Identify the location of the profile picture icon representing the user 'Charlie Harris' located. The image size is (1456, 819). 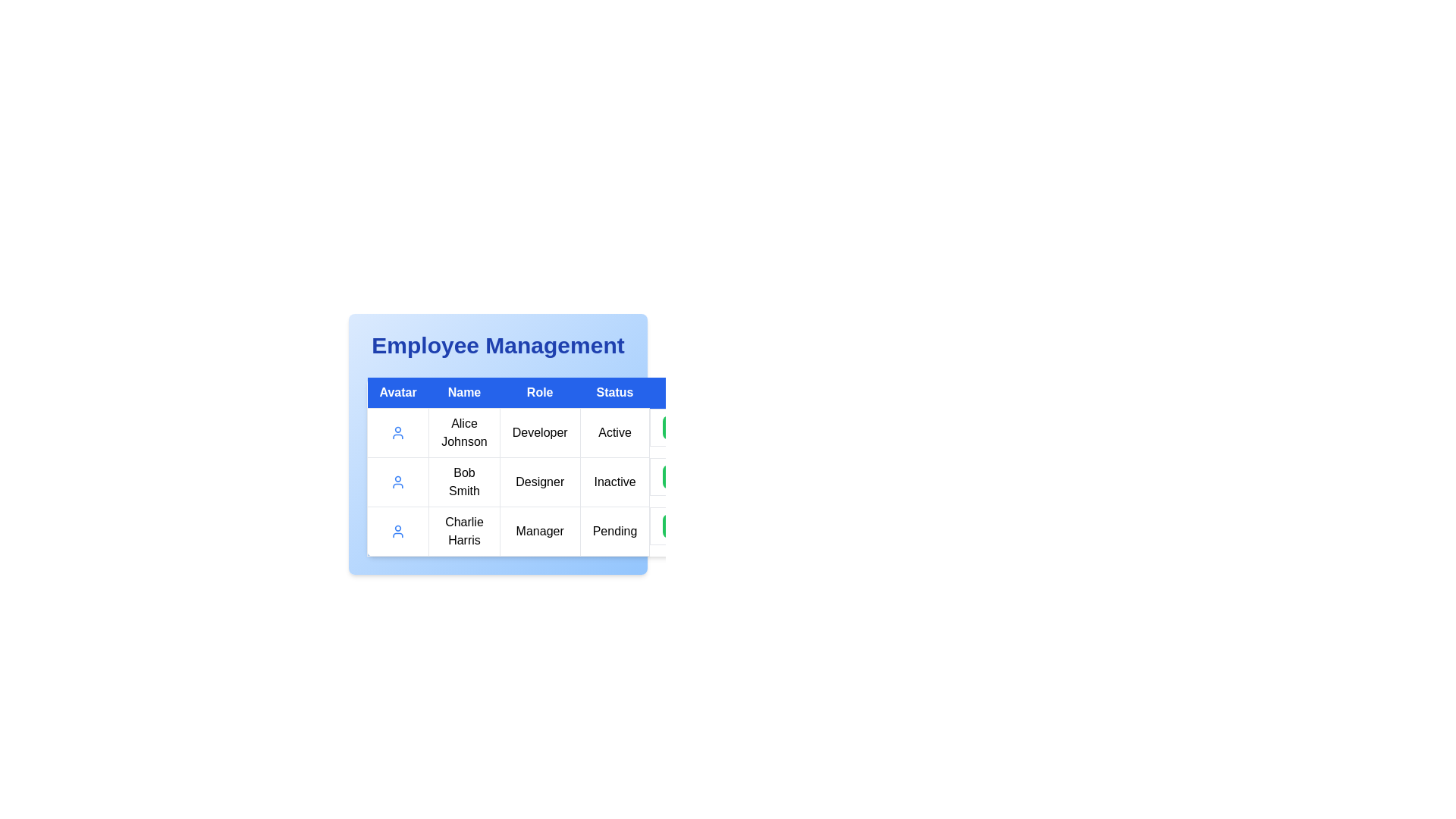
(398, 531).